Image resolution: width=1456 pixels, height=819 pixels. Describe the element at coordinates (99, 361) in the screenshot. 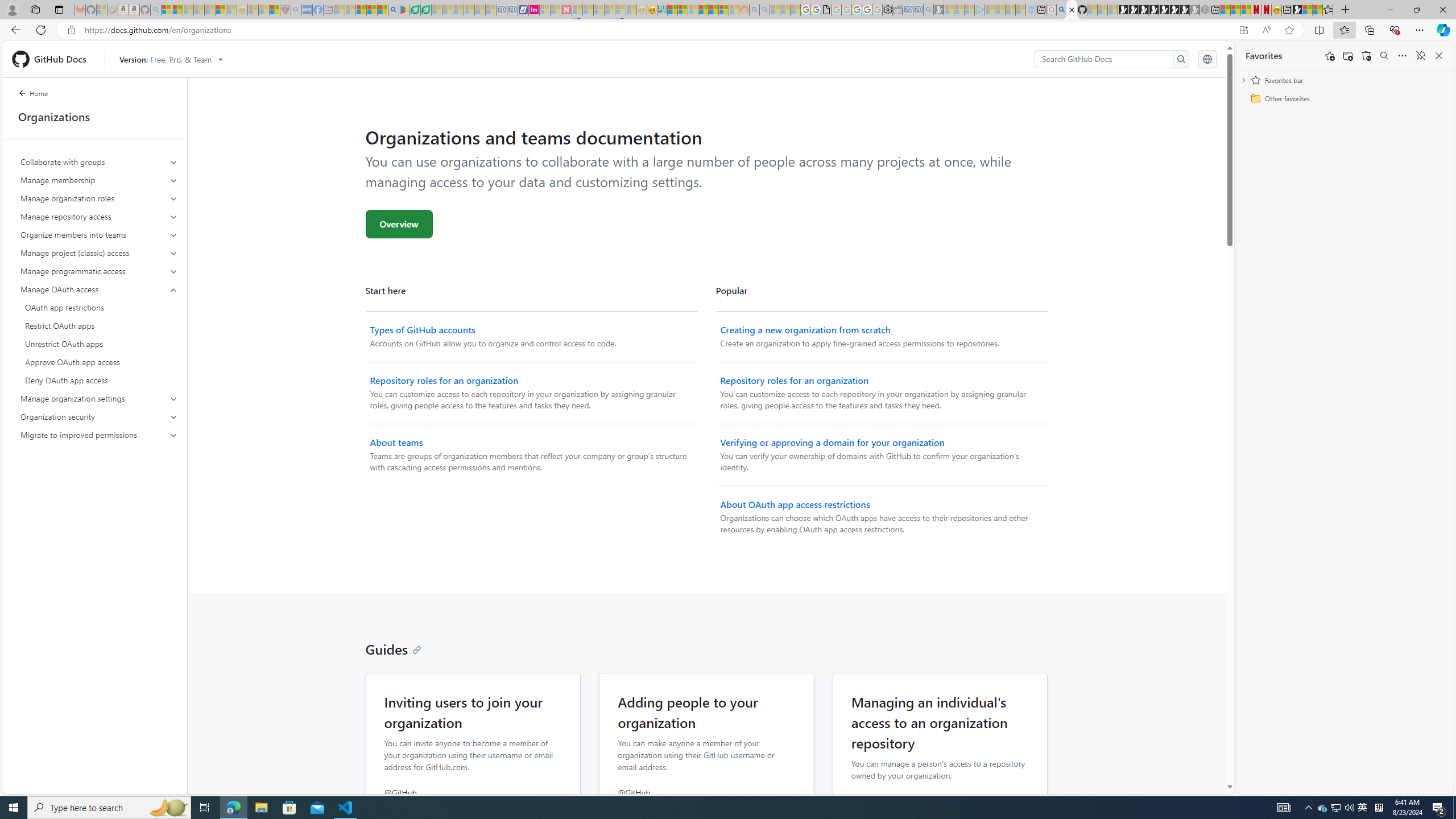

I see `'Approve OAuth app access'` at that location.